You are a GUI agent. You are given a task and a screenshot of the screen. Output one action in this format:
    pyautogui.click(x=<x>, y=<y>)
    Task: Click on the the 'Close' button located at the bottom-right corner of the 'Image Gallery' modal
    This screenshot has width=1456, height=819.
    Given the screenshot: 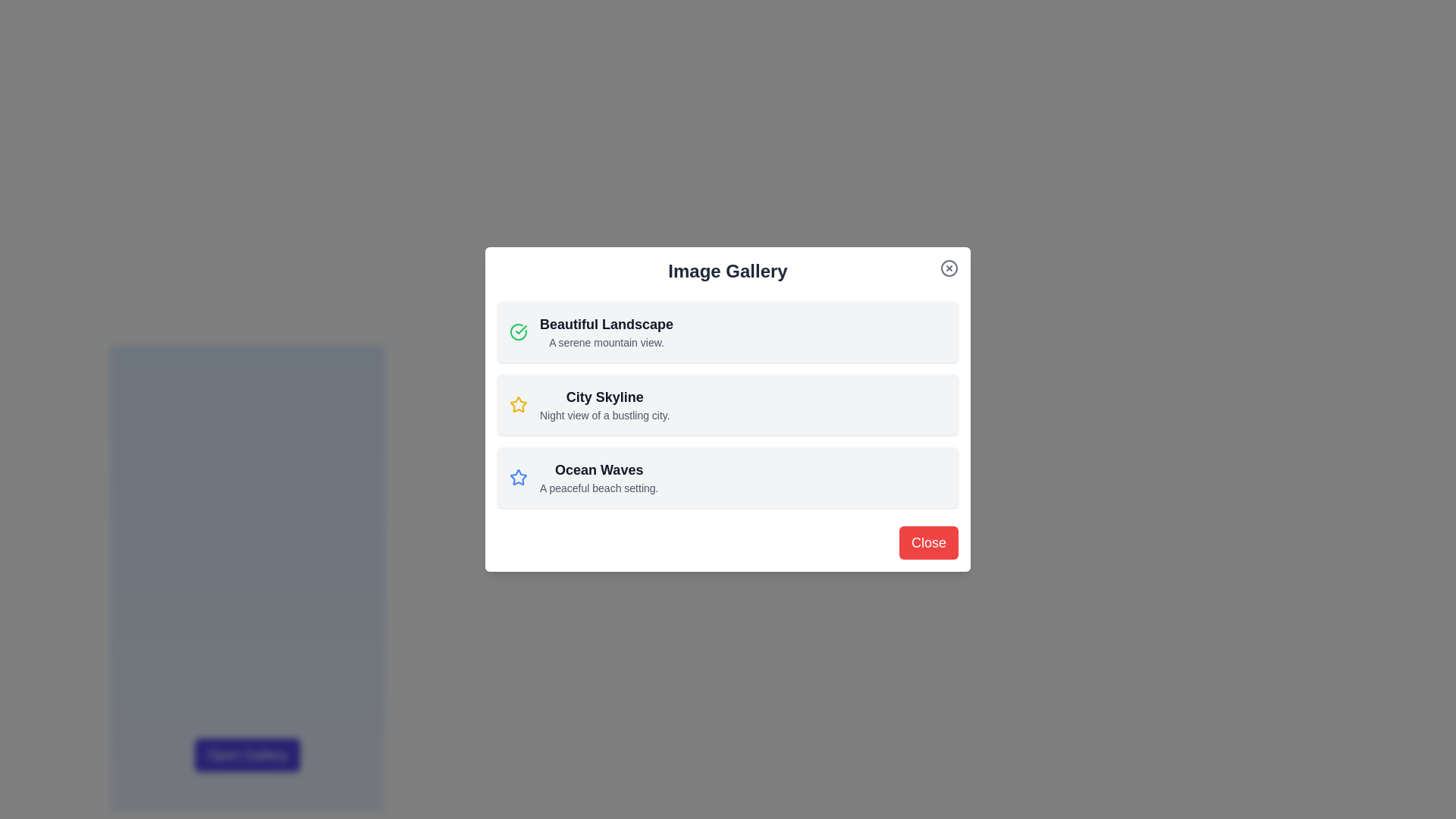 What is the action you would take?
    pyautogui.click(x=927, y=542)
    